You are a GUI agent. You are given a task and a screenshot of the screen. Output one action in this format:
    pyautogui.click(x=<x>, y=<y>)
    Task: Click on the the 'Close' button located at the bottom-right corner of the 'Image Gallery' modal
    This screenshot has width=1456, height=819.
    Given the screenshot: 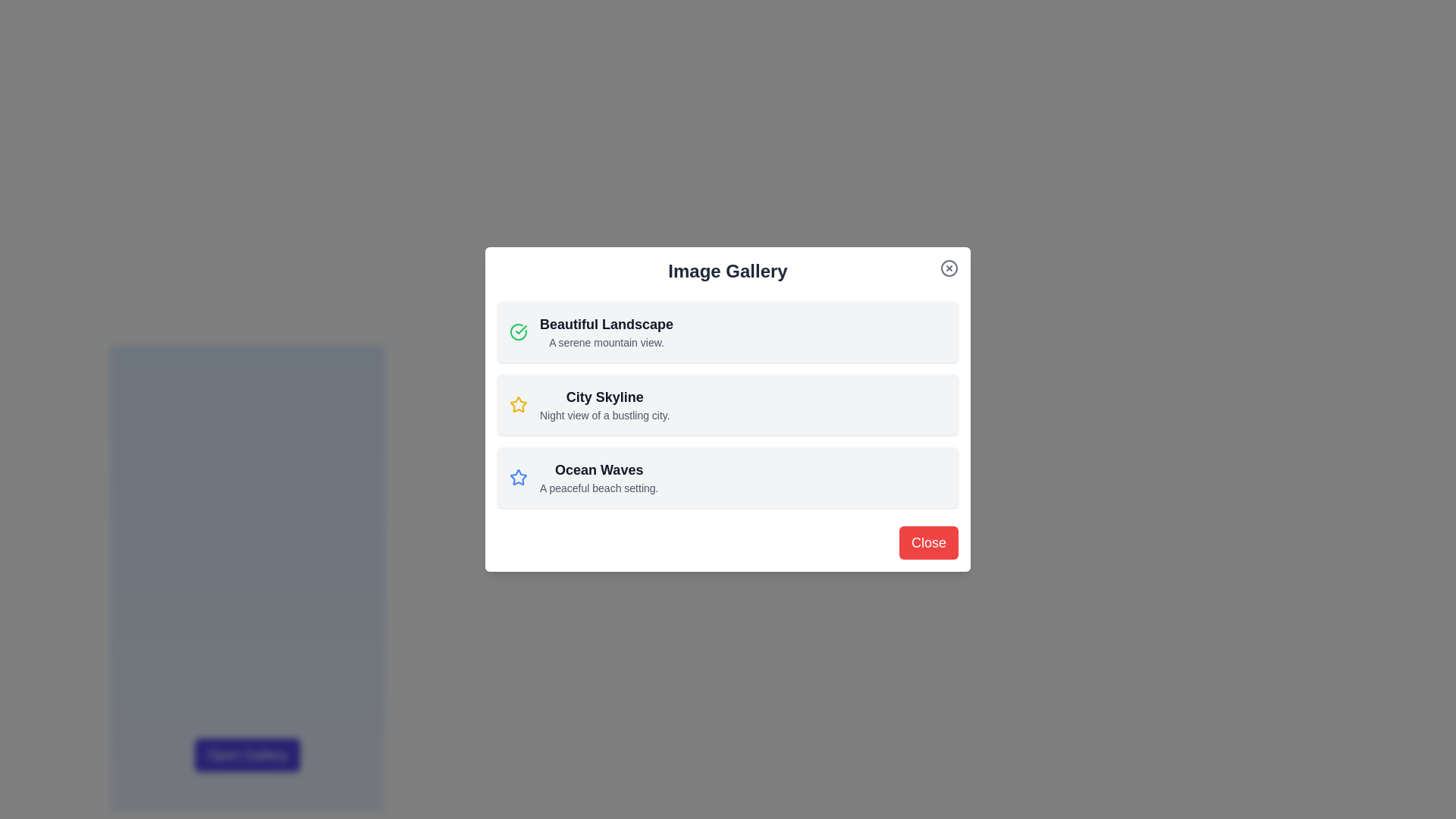 What is the action you would take?
    pyautogui.click(x=927, y=542)
    